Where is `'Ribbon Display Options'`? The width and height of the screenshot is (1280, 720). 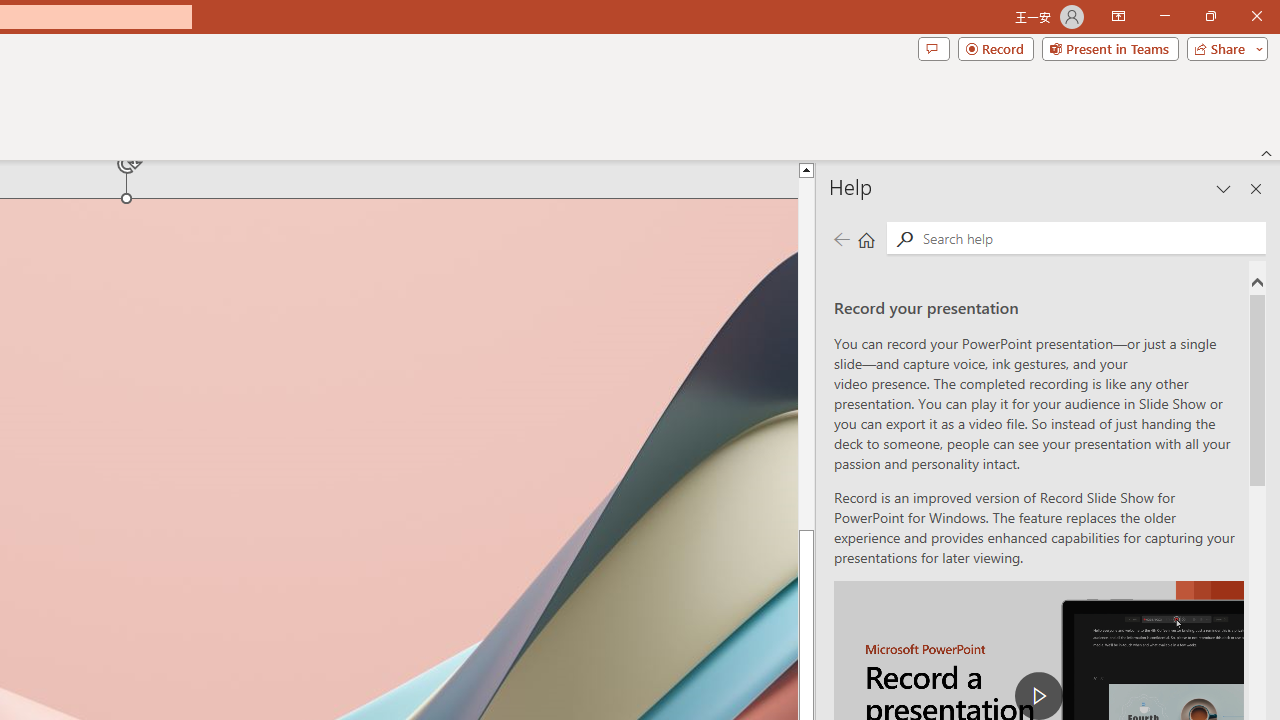 'Ribbon Display Options' is located at coordinates (1117, 16).